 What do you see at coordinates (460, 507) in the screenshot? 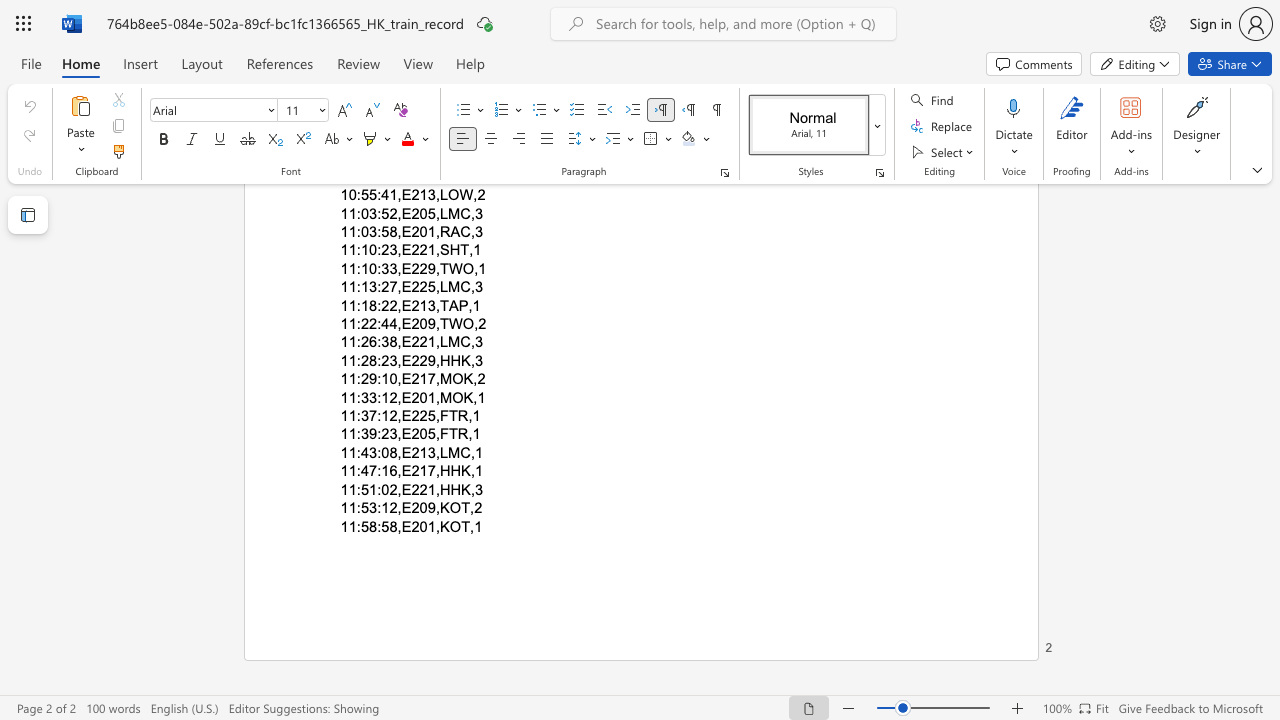
I see `the subset text "T,2" within the text "11:53:12,E209,KOT,2"` at bounding box center [460, 507].